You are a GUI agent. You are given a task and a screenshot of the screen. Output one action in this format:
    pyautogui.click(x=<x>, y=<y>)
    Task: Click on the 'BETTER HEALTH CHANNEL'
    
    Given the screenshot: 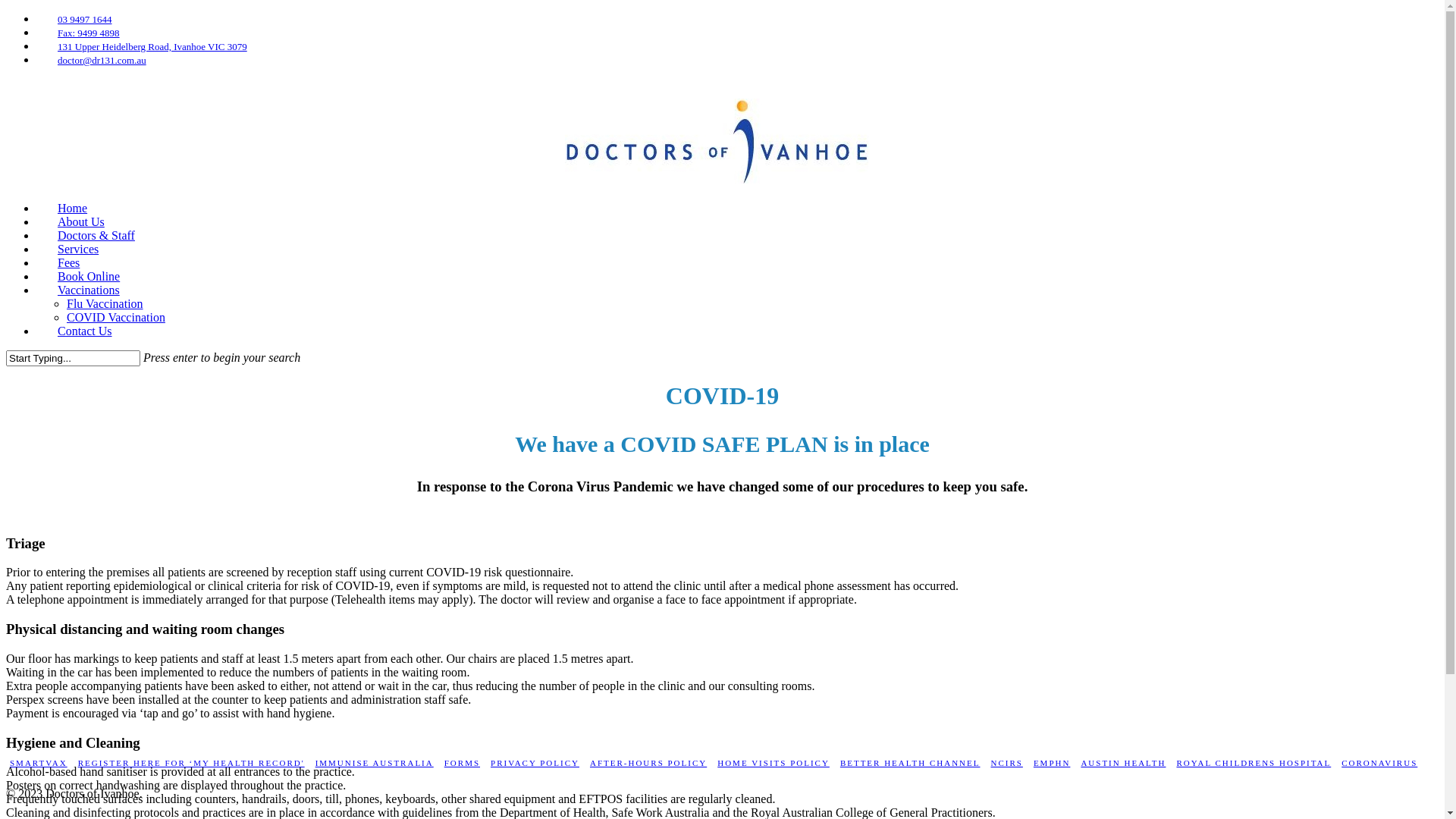 What is the action you would take?
    pyautogui.click(x=910, y=763)
    